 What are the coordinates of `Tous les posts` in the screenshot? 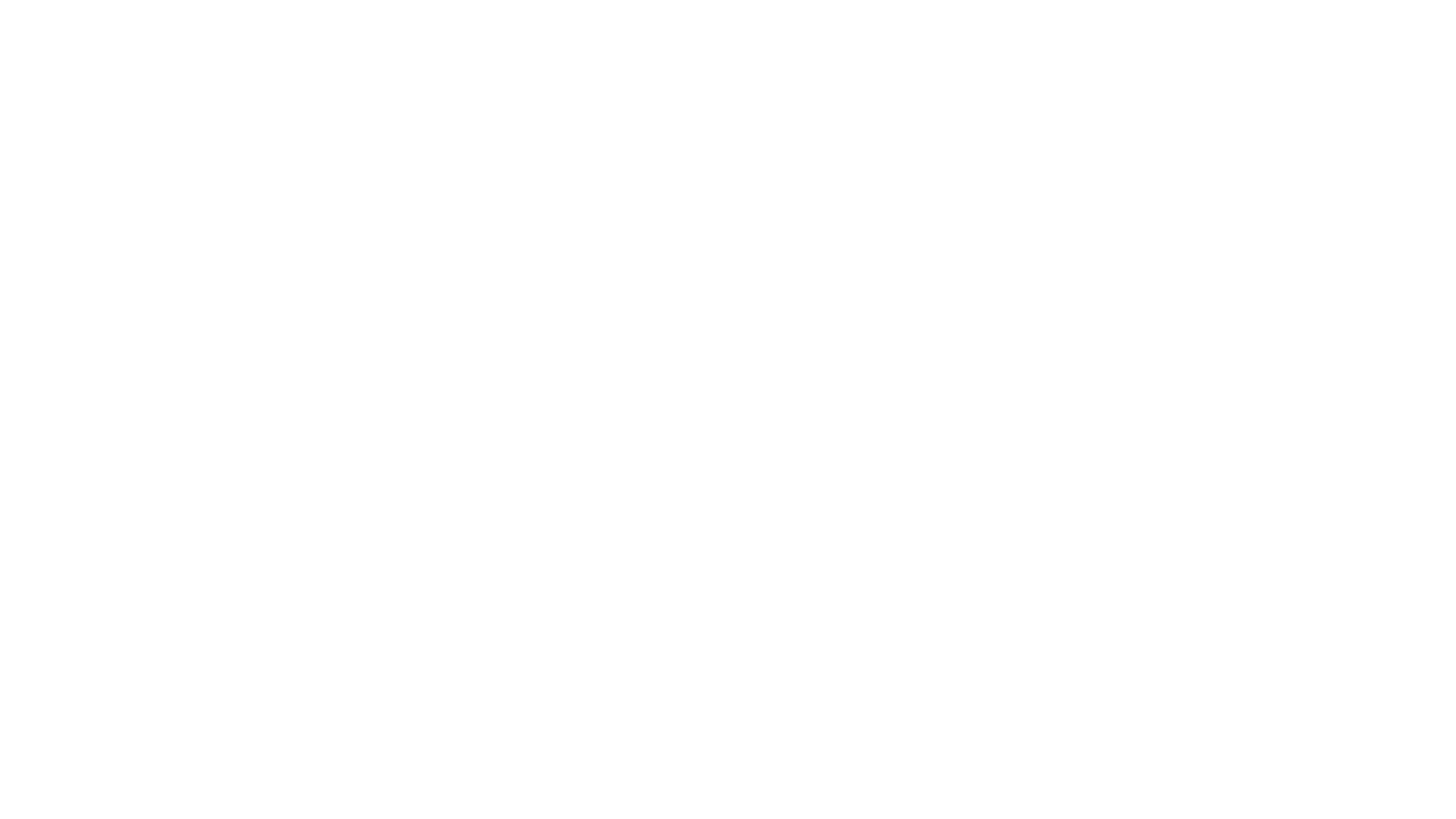 It's located at (409, 127).